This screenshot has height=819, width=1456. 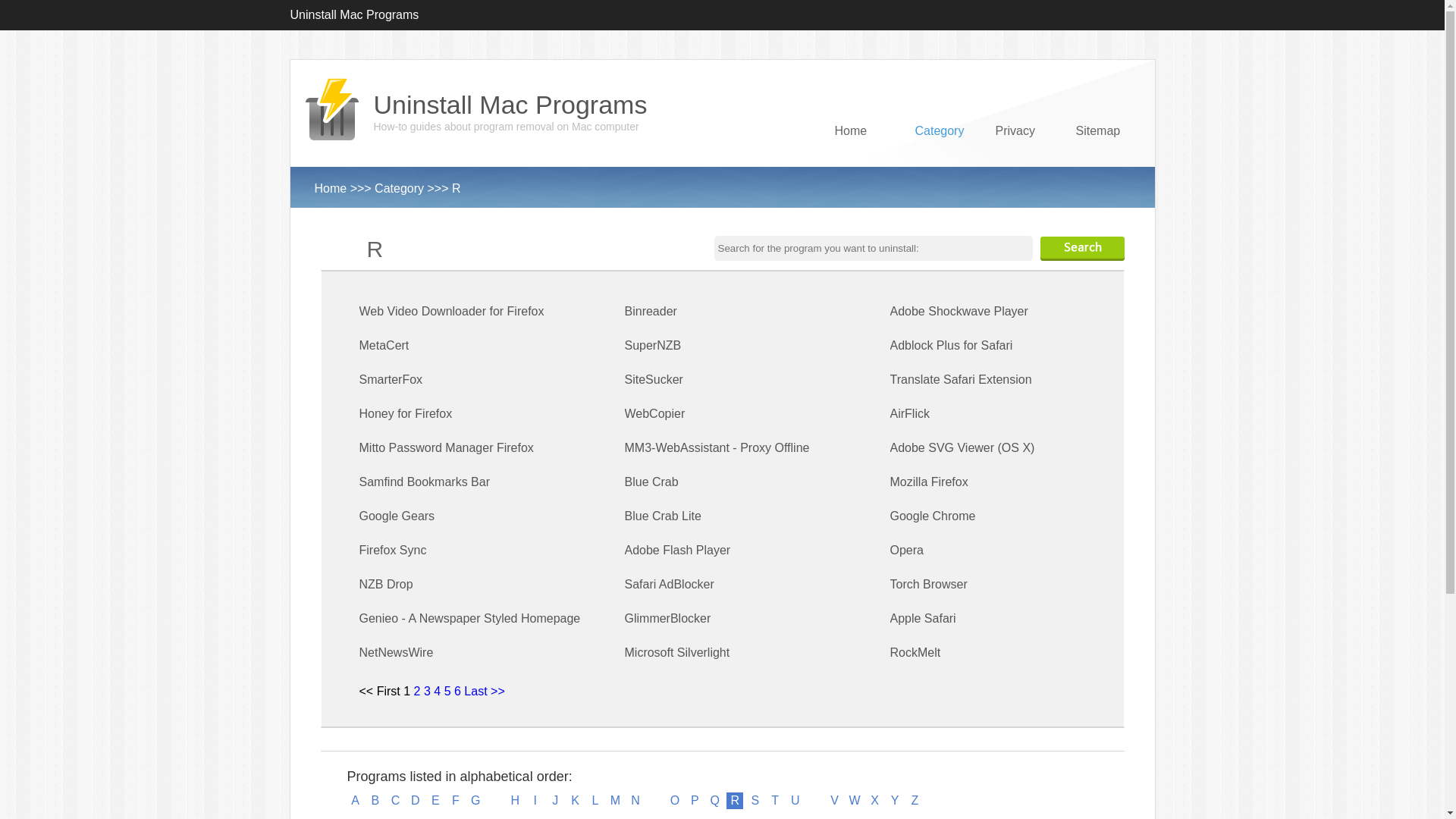 What do you see at coordinates (393, 550) in the screenshot?
I see `'Firefox Sync'` at bounding box center [393, 550].